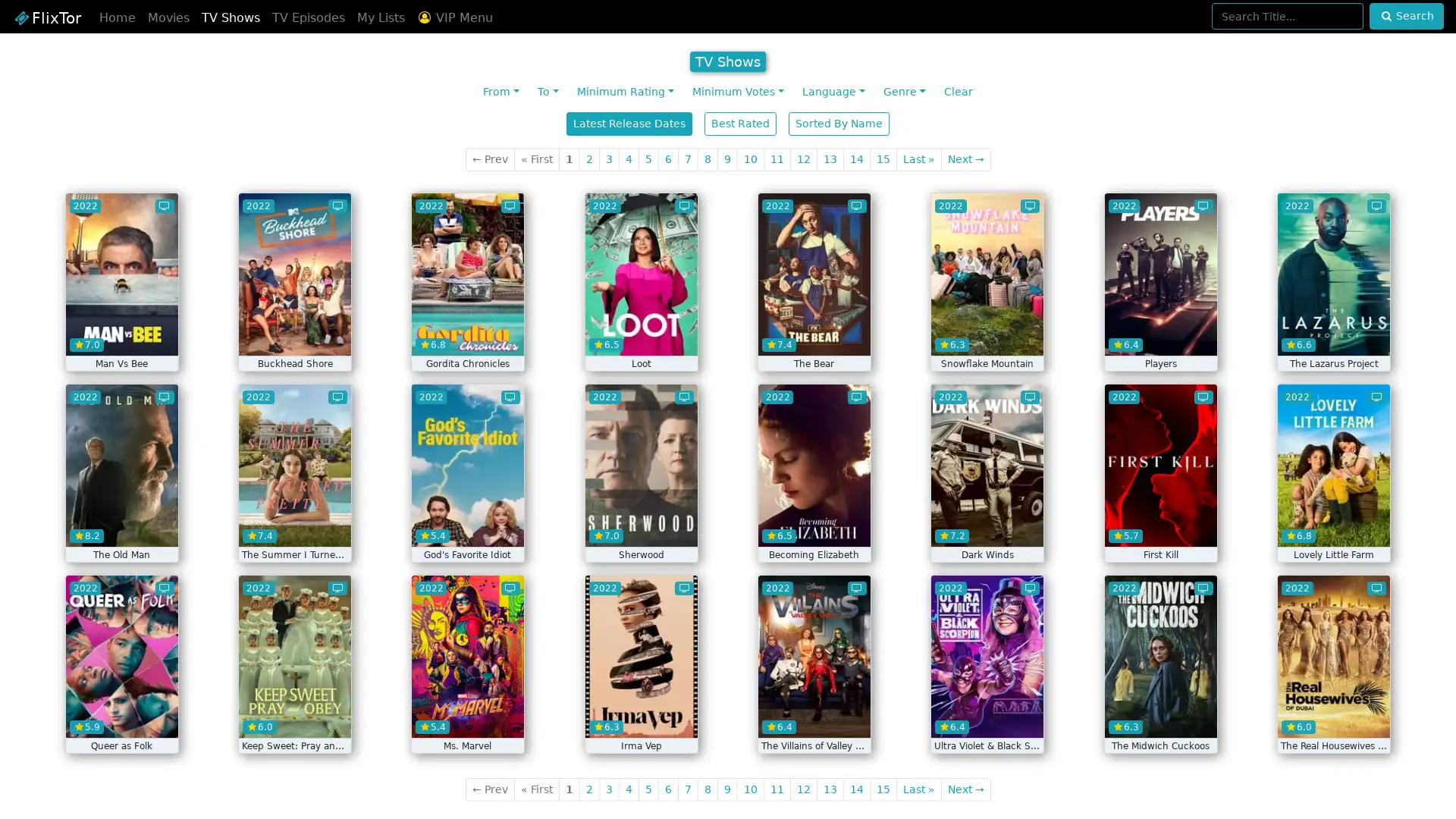 The width and height of the screenshot is (1456, 819). I want to click on Watch Now, so click(813, 716).